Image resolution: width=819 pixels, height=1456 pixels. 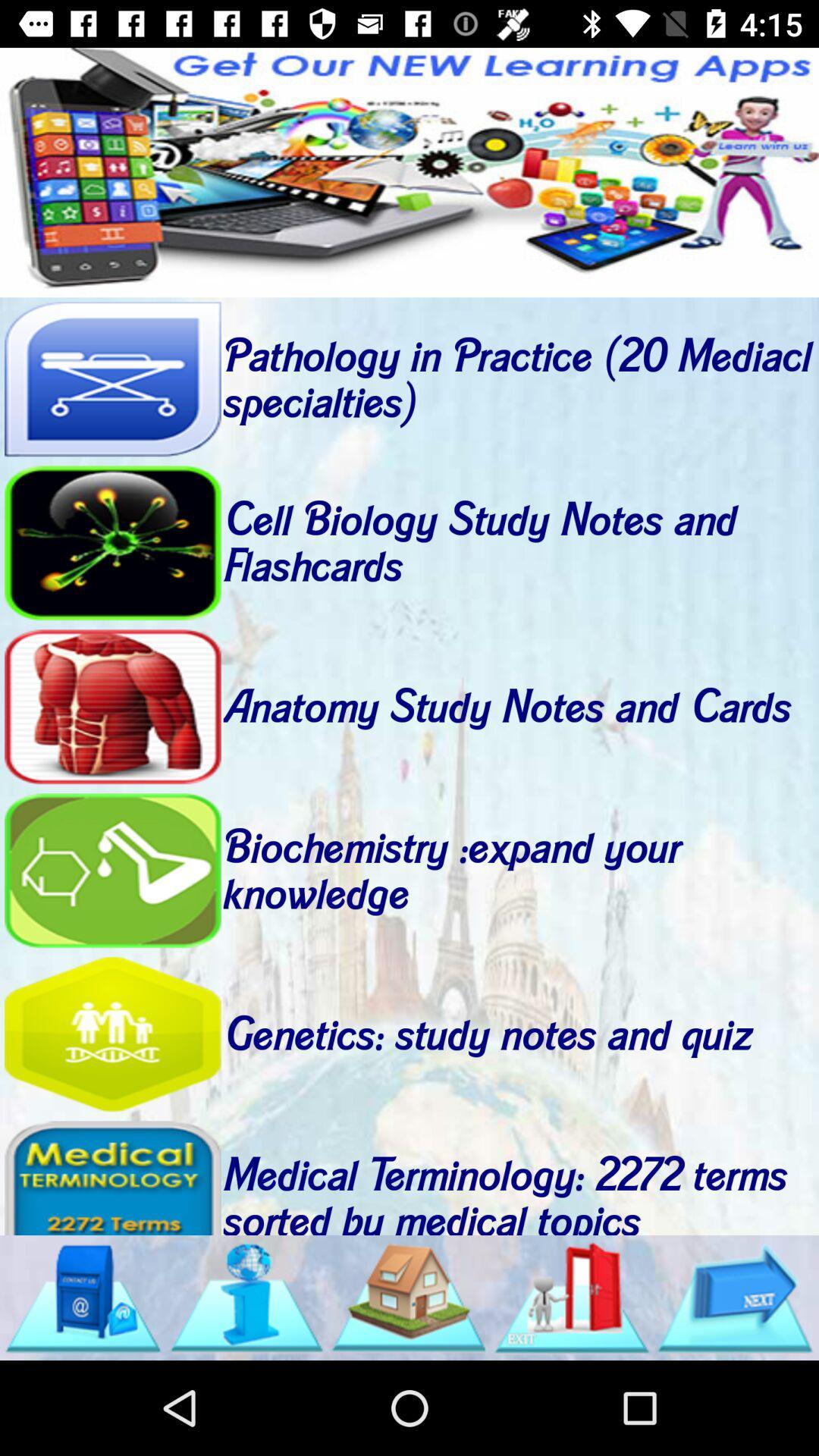 I want to click on information tab, so click(x=245, y=1297).